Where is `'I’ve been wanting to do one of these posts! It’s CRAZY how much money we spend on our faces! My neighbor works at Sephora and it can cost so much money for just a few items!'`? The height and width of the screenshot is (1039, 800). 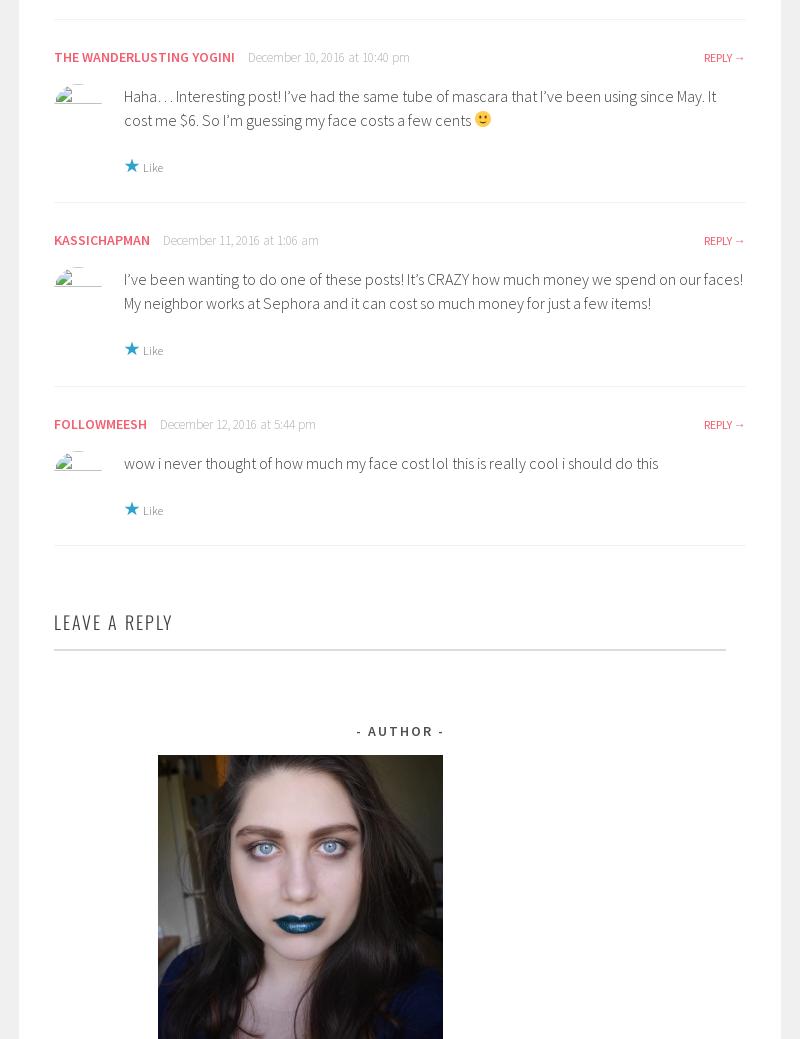 'I’ve been wanting to do one of these posts! It’s CRAZY how much money we spend on our faces! My neighbor works at Sephora and it can cost so much money for just a few items!' is located at coordinates (433, 291).